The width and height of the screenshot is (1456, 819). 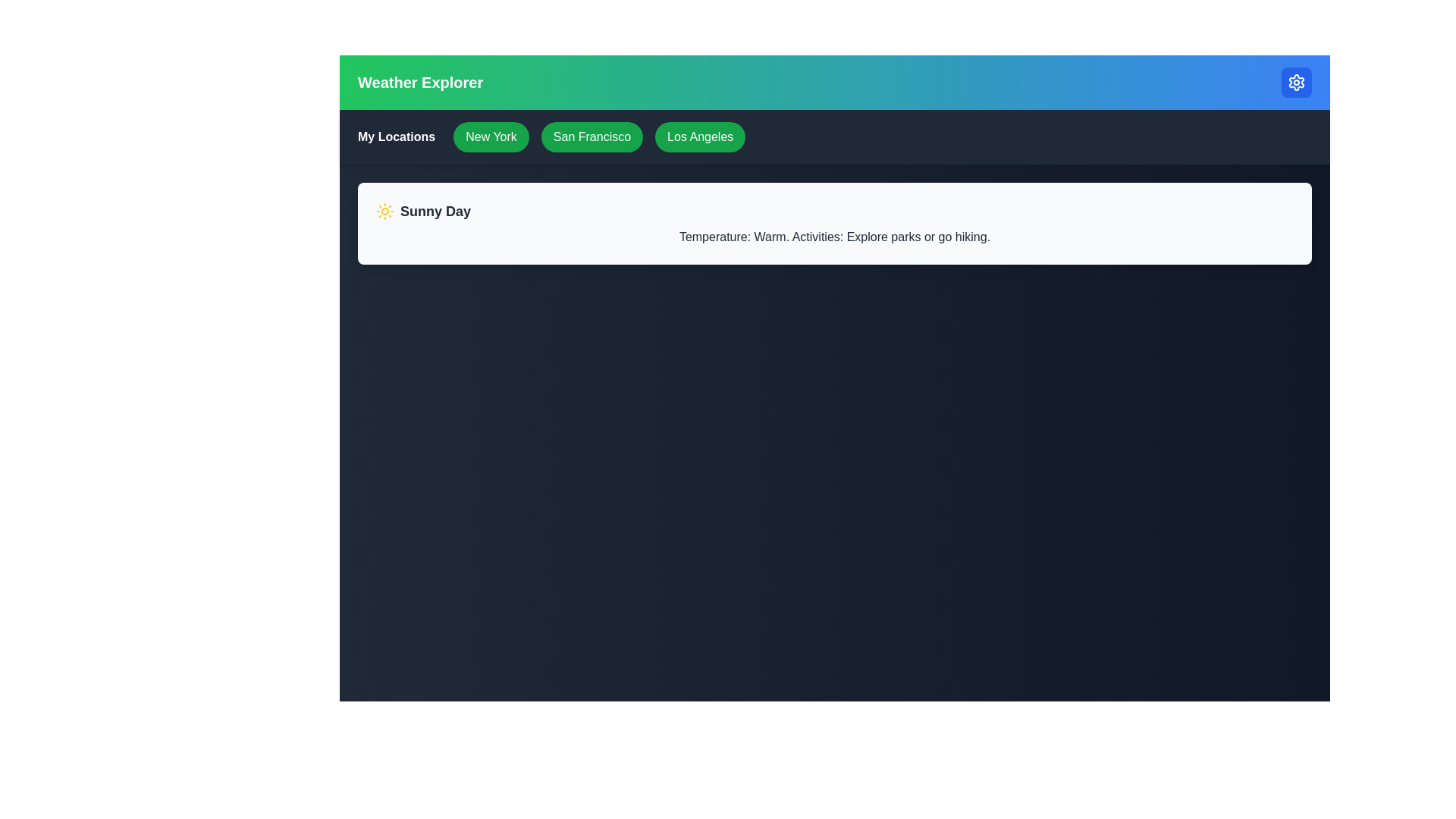 What do you see at coordinates (1295, 82) in the screenshot?
I see `the settings button to toggle the settings menu visibility` at bounding box center [1295, 82].